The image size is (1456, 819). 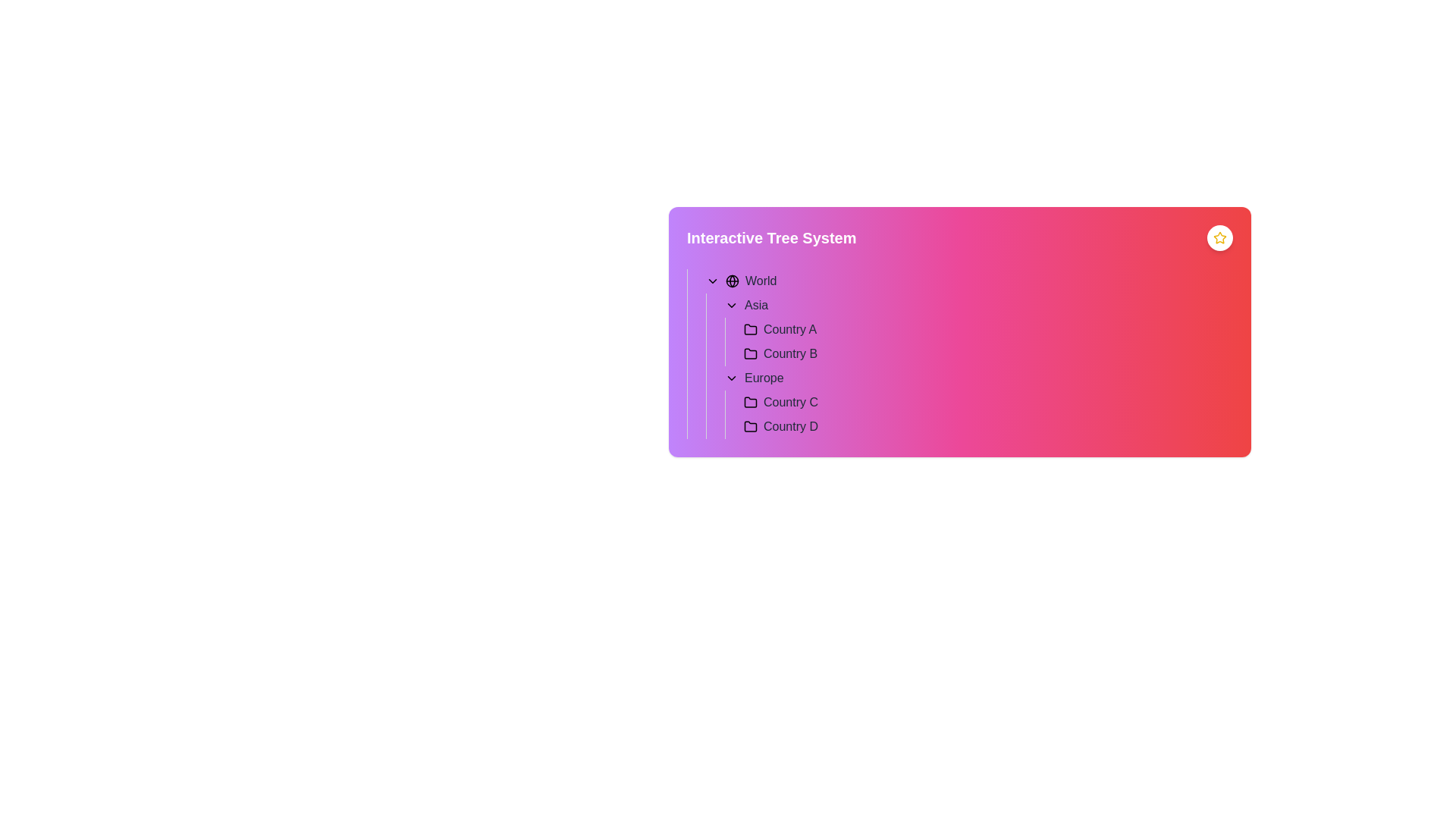 What do you see at coordinates (732, 281) in the screenshot?
I see `the small globe icon located slightly left of the 'World' text label` at bounding box center [732, 281].